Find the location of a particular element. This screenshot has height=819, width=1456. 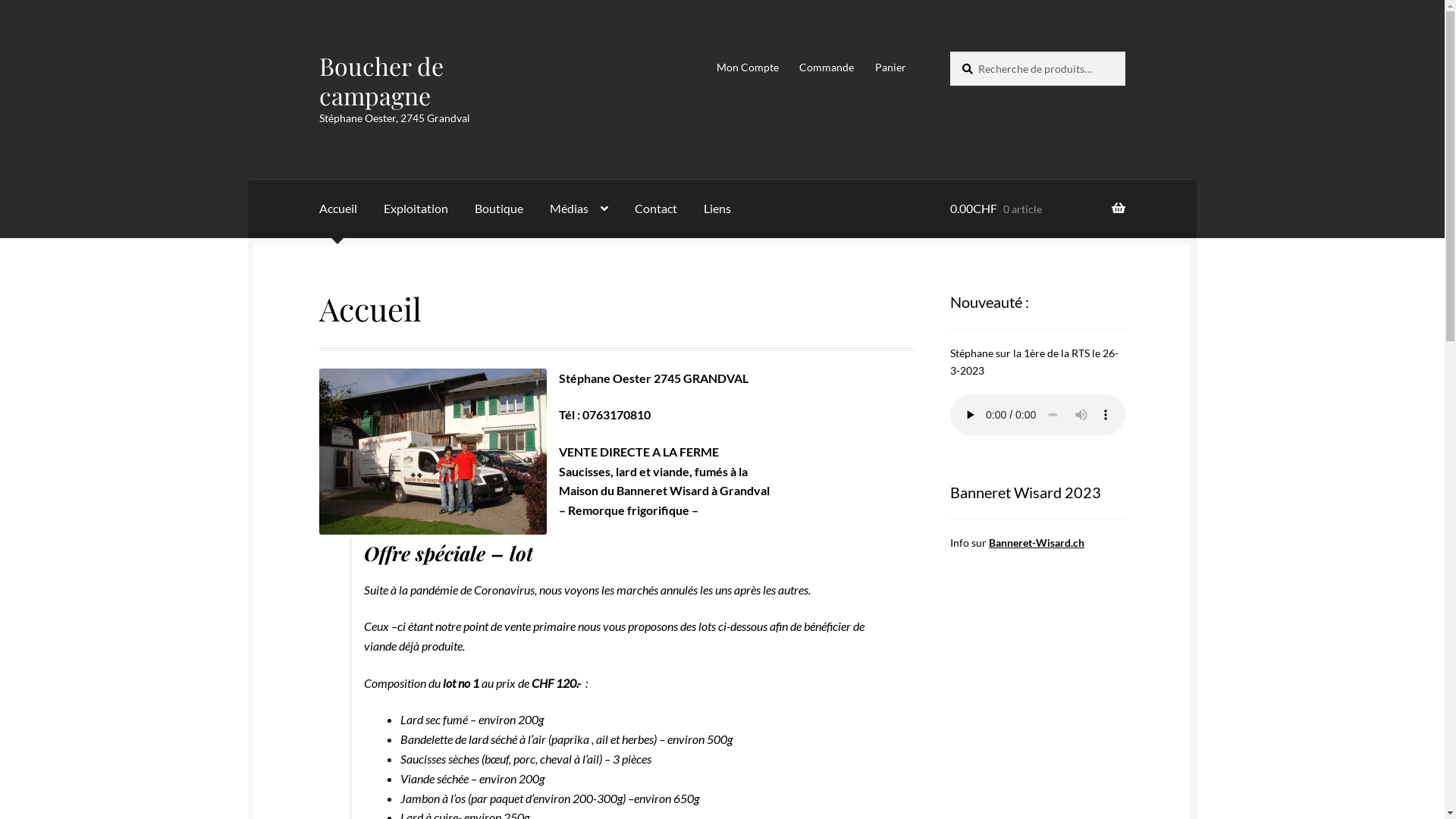

'Accueil' is located at coordinates (337, 208).